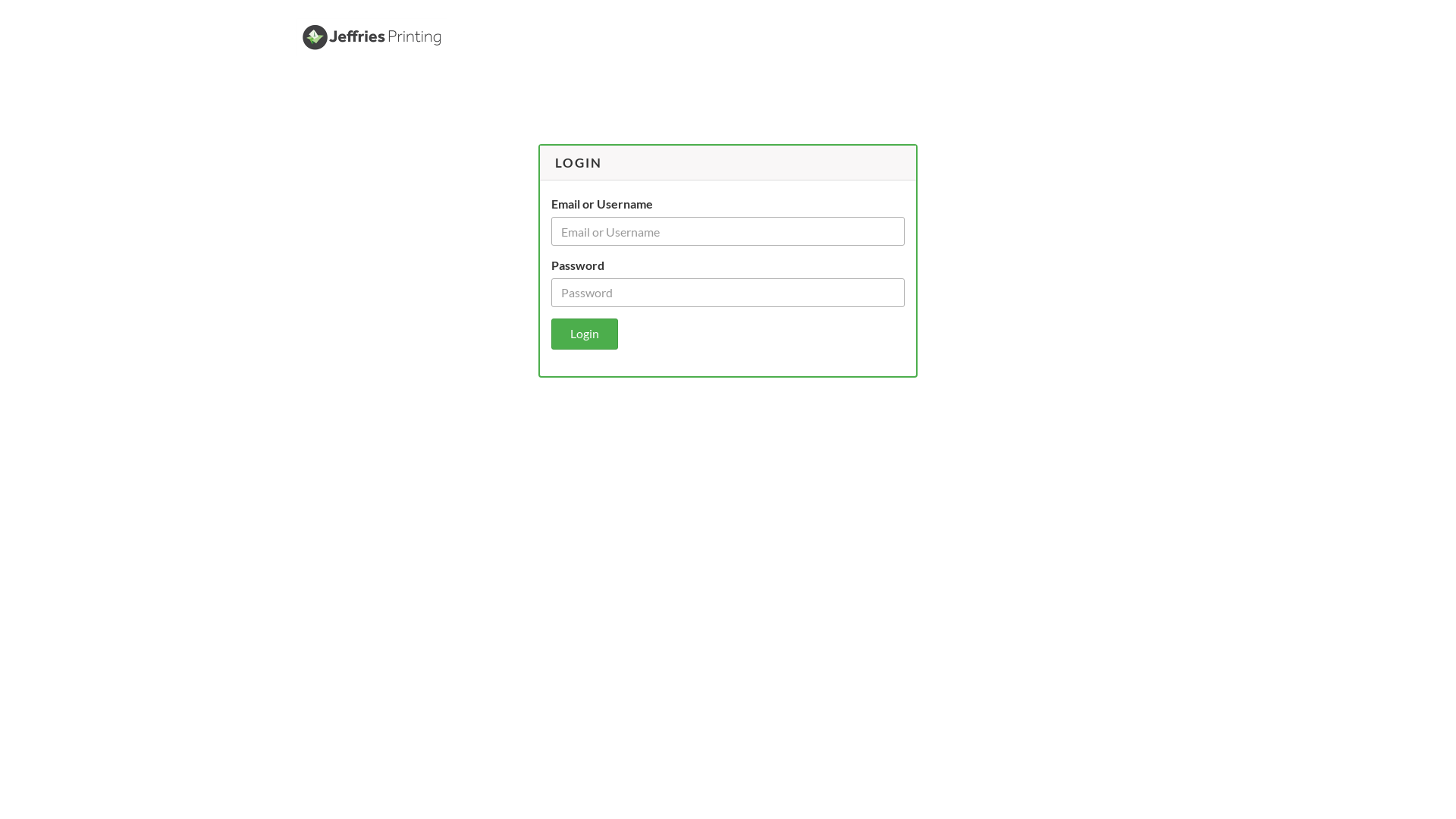 This screenshot has height=819, width=1456. What do you see at coordinates (371, 36) in the screenshot?
I see `'Jeffries Printing'` at bounding box center [371, 36].